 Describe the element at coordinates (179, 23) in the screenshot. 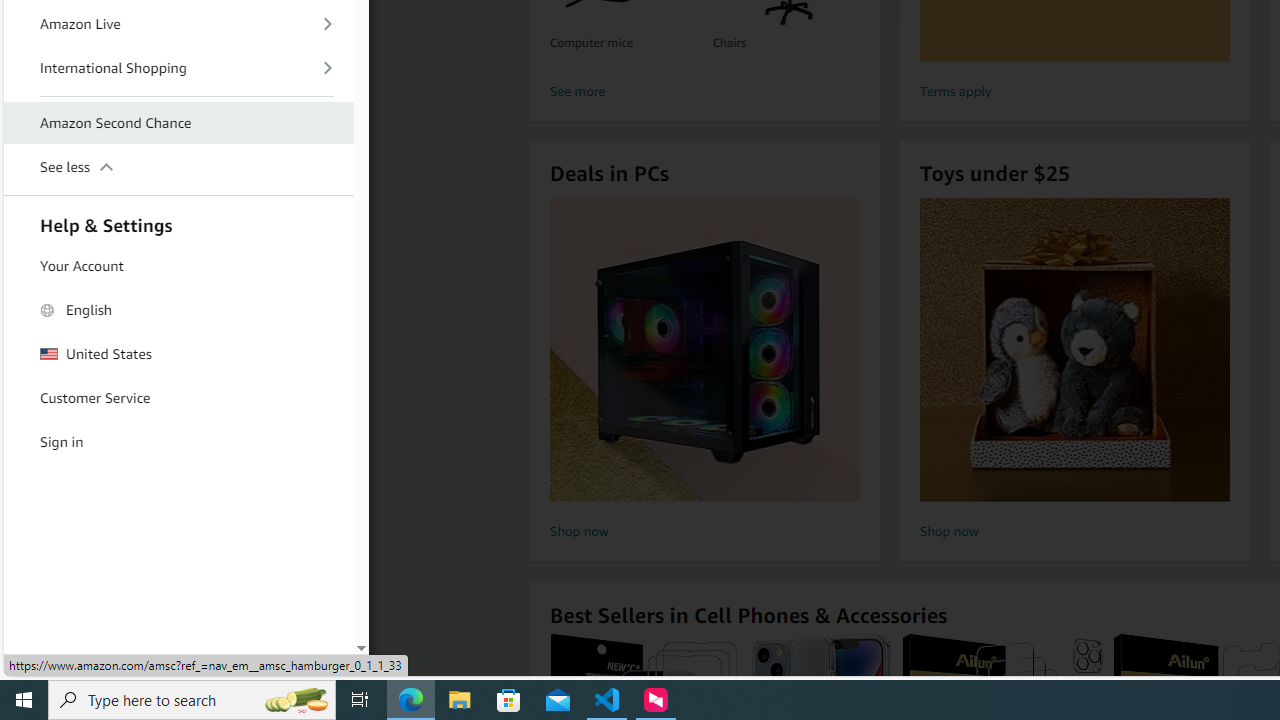

I see `'Amazon Live'` at that location.